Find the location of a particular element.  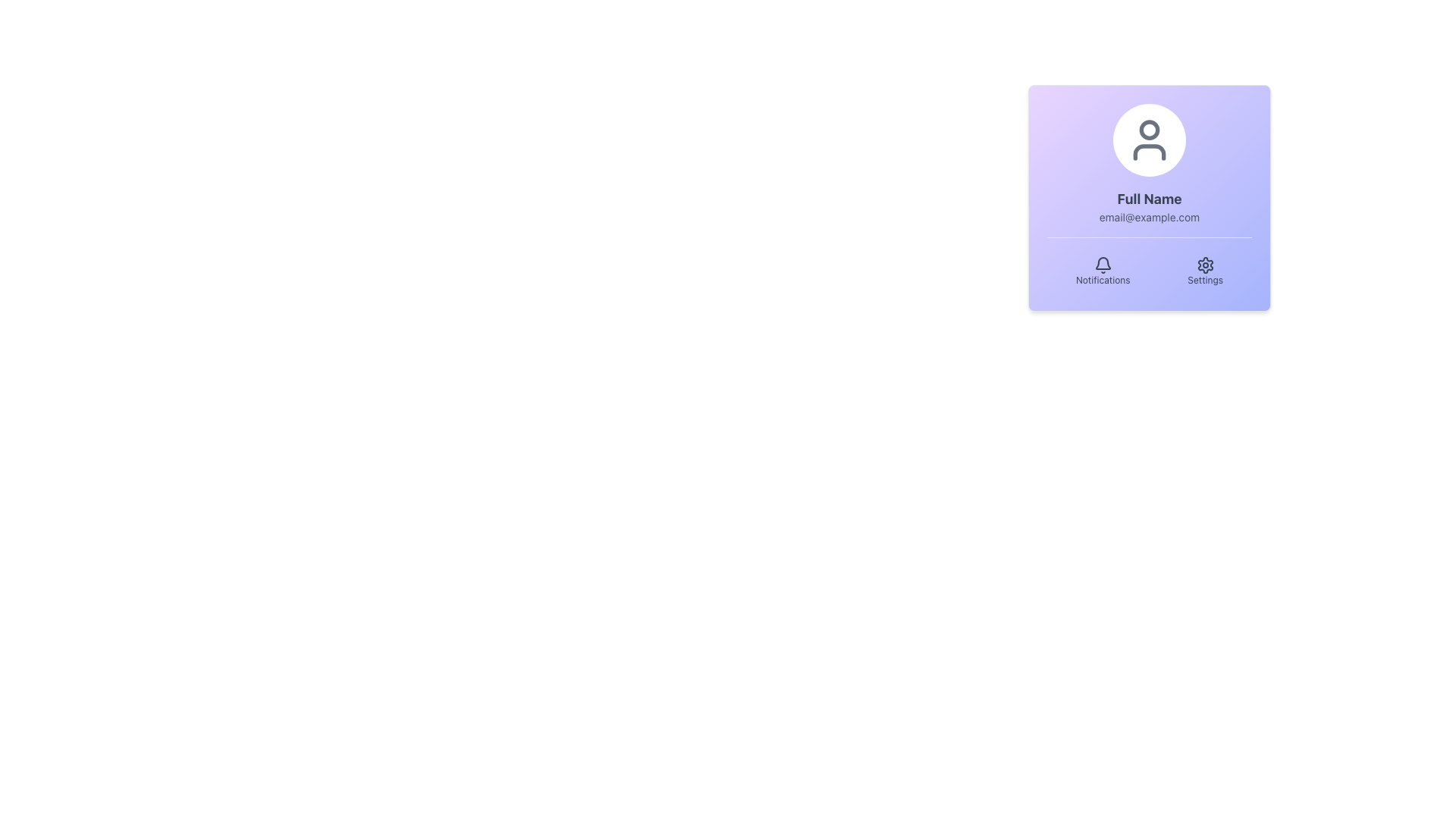

the settings button located in the bottom section of the card layout, which is the rightmost item next to the 'Notifications' button is located at coordinates (1204, 271).